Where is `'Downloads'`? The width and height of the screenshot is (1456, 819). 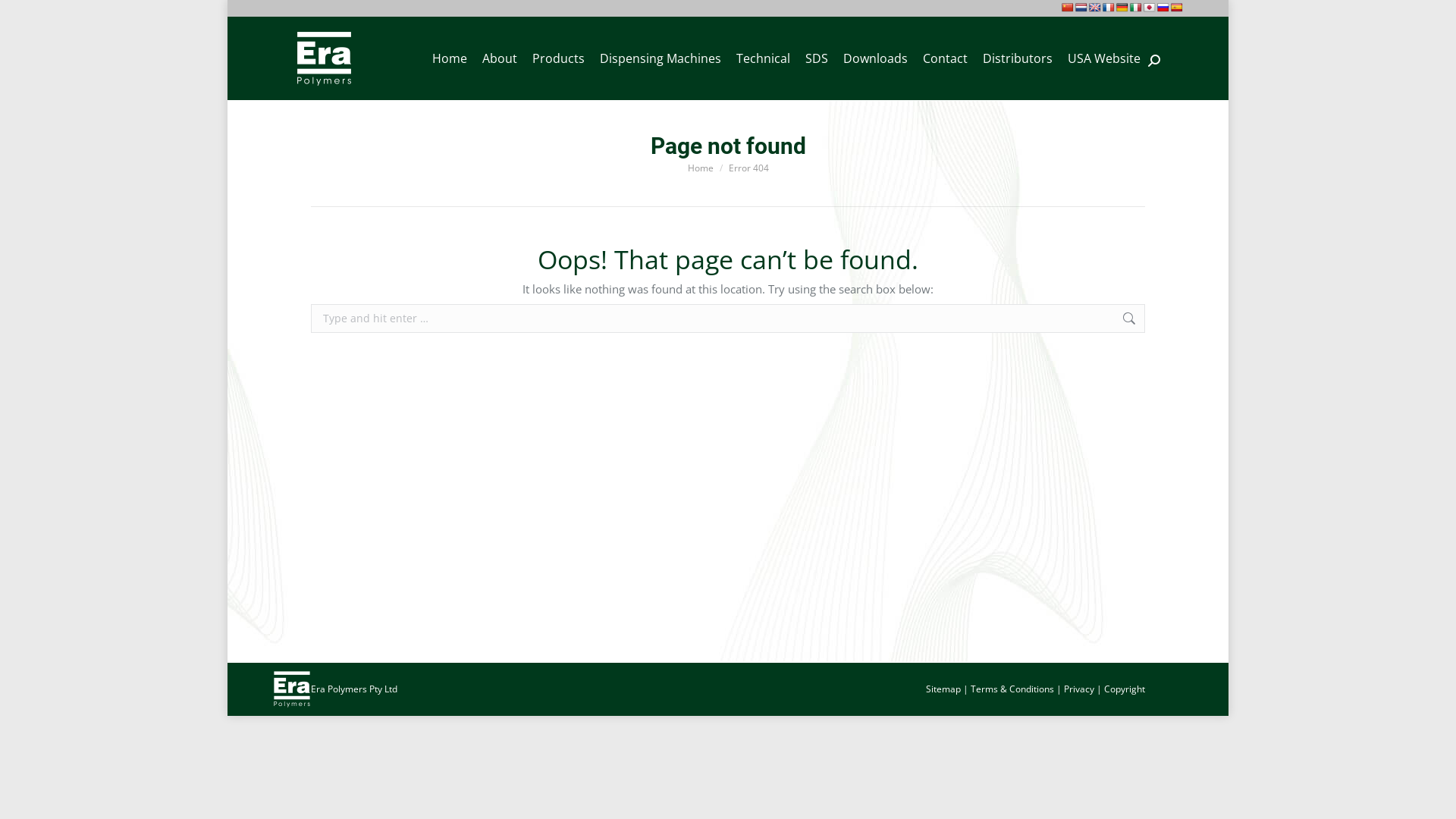 'Downloads' is located at coordinates (875, 58).